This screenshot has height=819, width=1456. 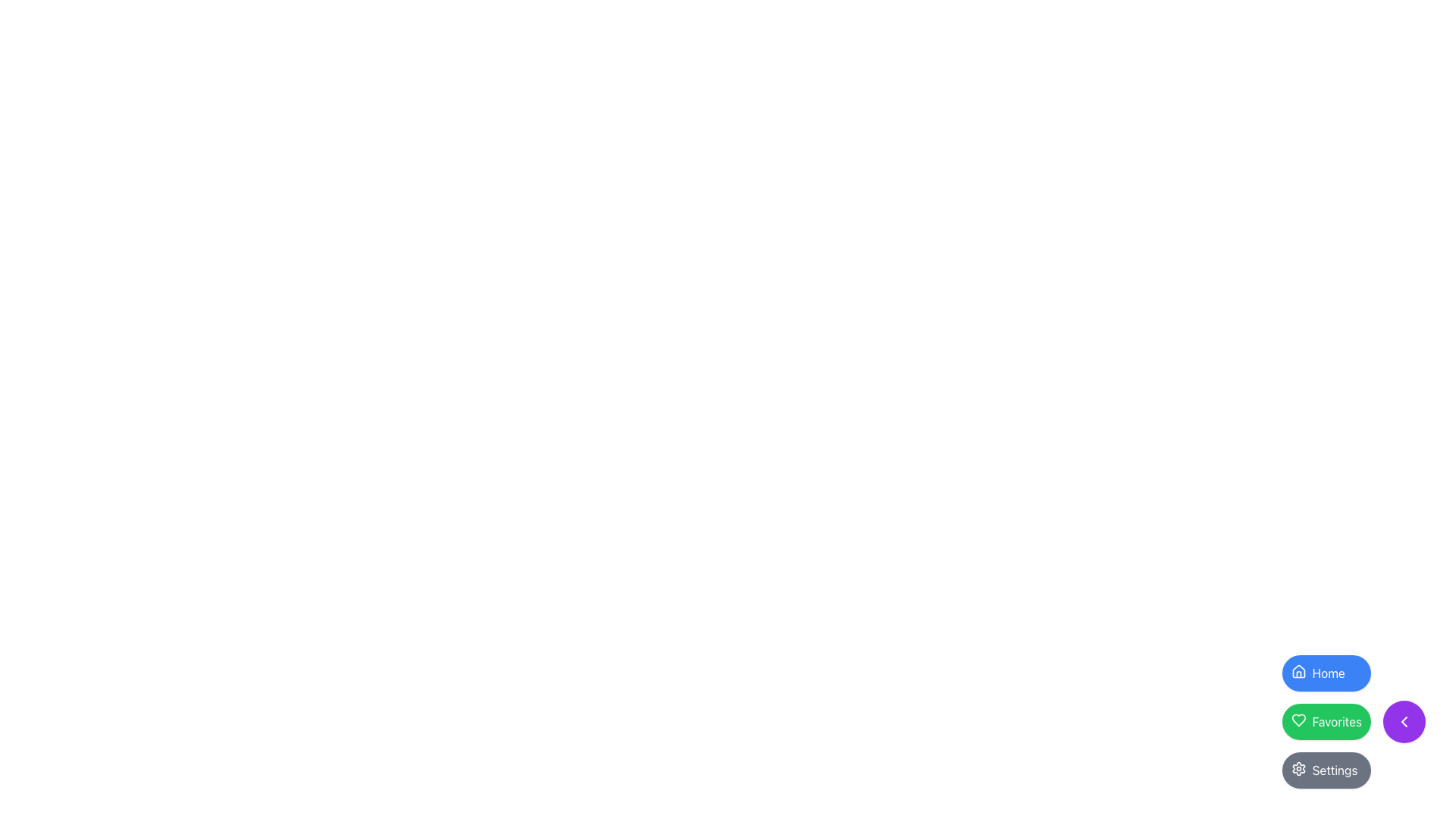 I want to click on the green oval button labeled 'Favorites', so click(x=1326, y=721).